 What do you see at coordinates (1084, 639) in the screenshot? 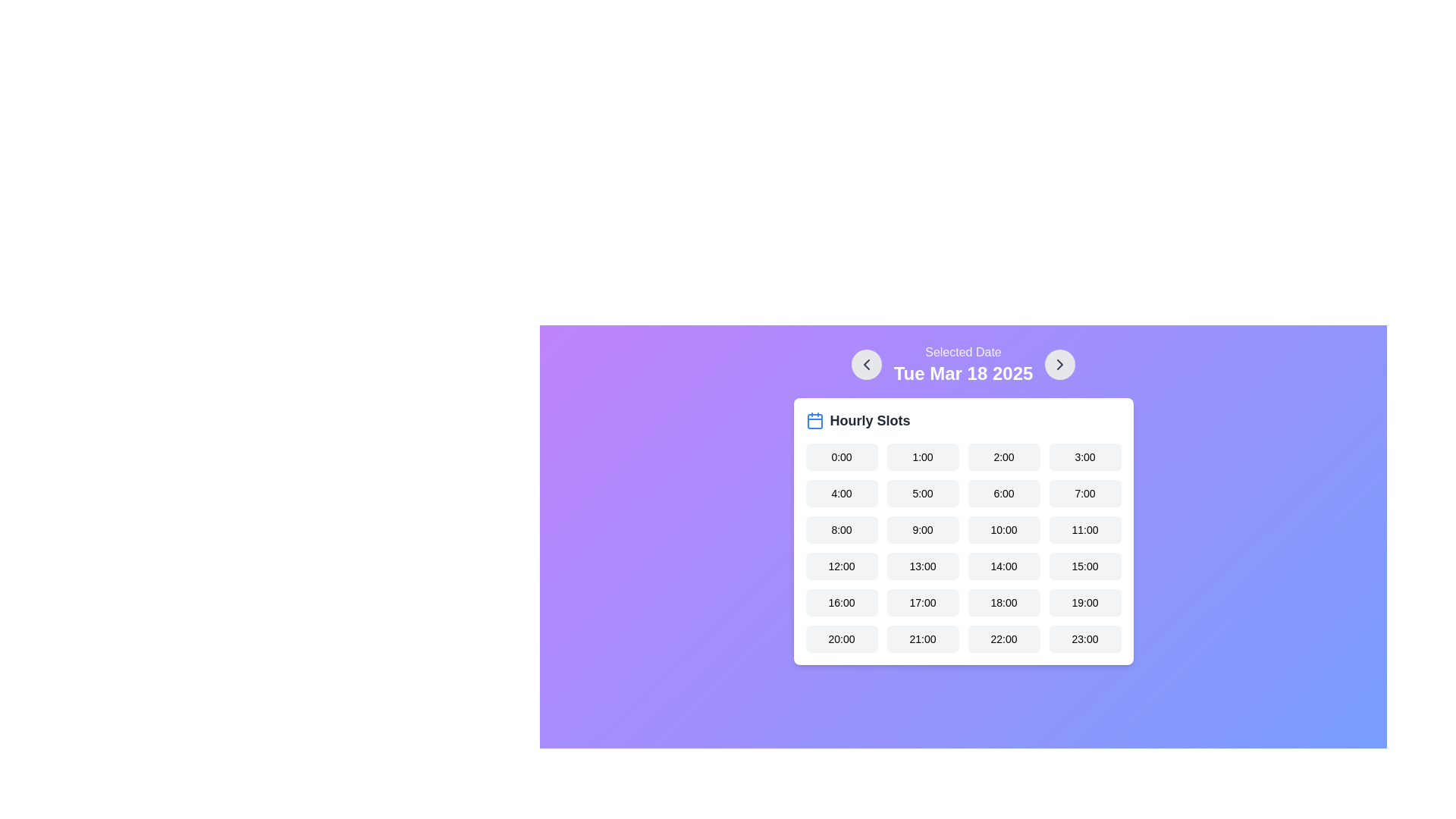
I see `the button labeled '23:00' which is a rectangular button with rounded corners, located at the bottom right corner of the grid in the modal dialog` at bounding box center [1084, 639].